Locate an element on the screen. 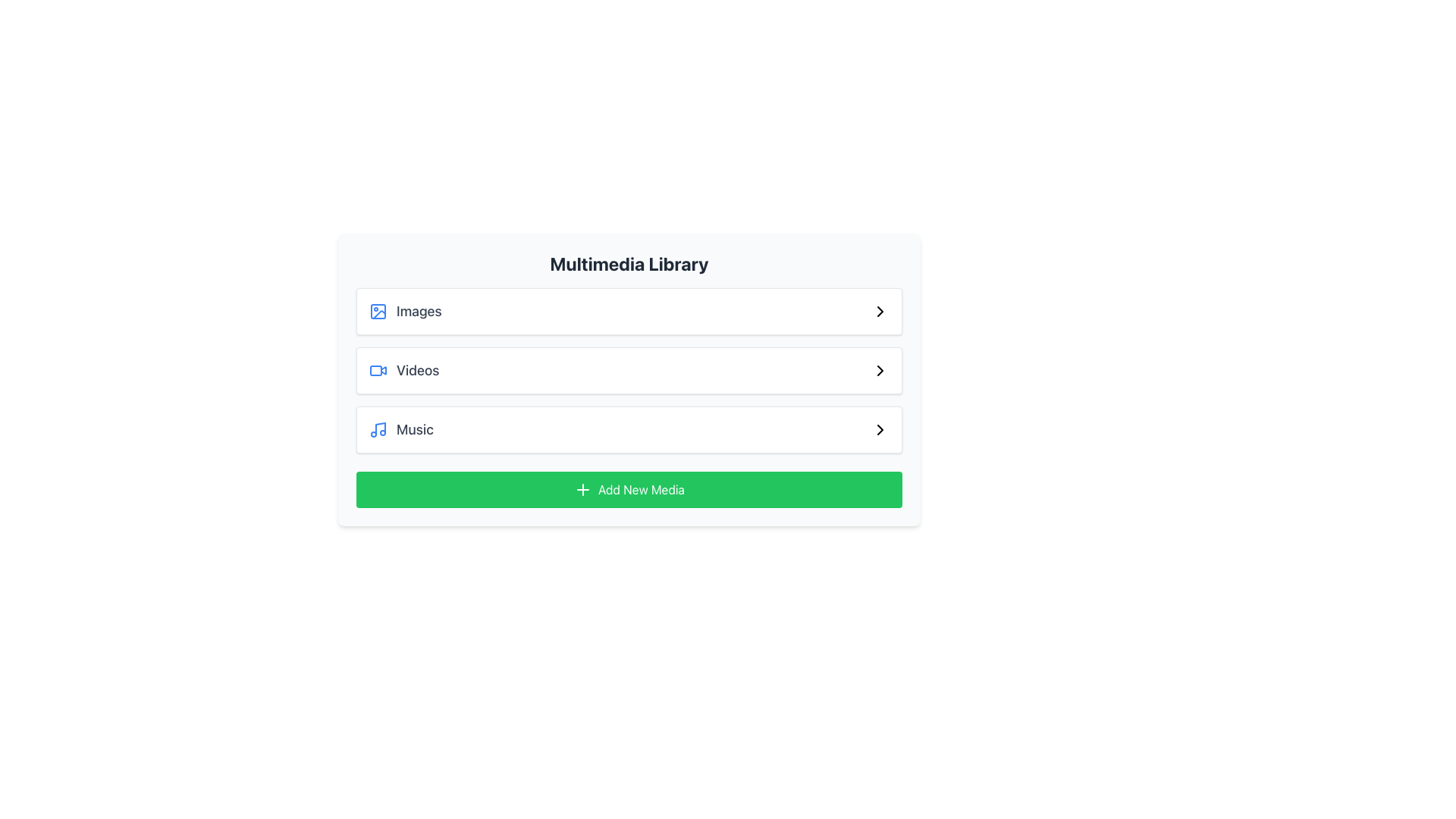 This screenshot has height=819, width=1456. the 'Videos' button in the 'Multimedia Library' section is located at coordinates (629, 371).